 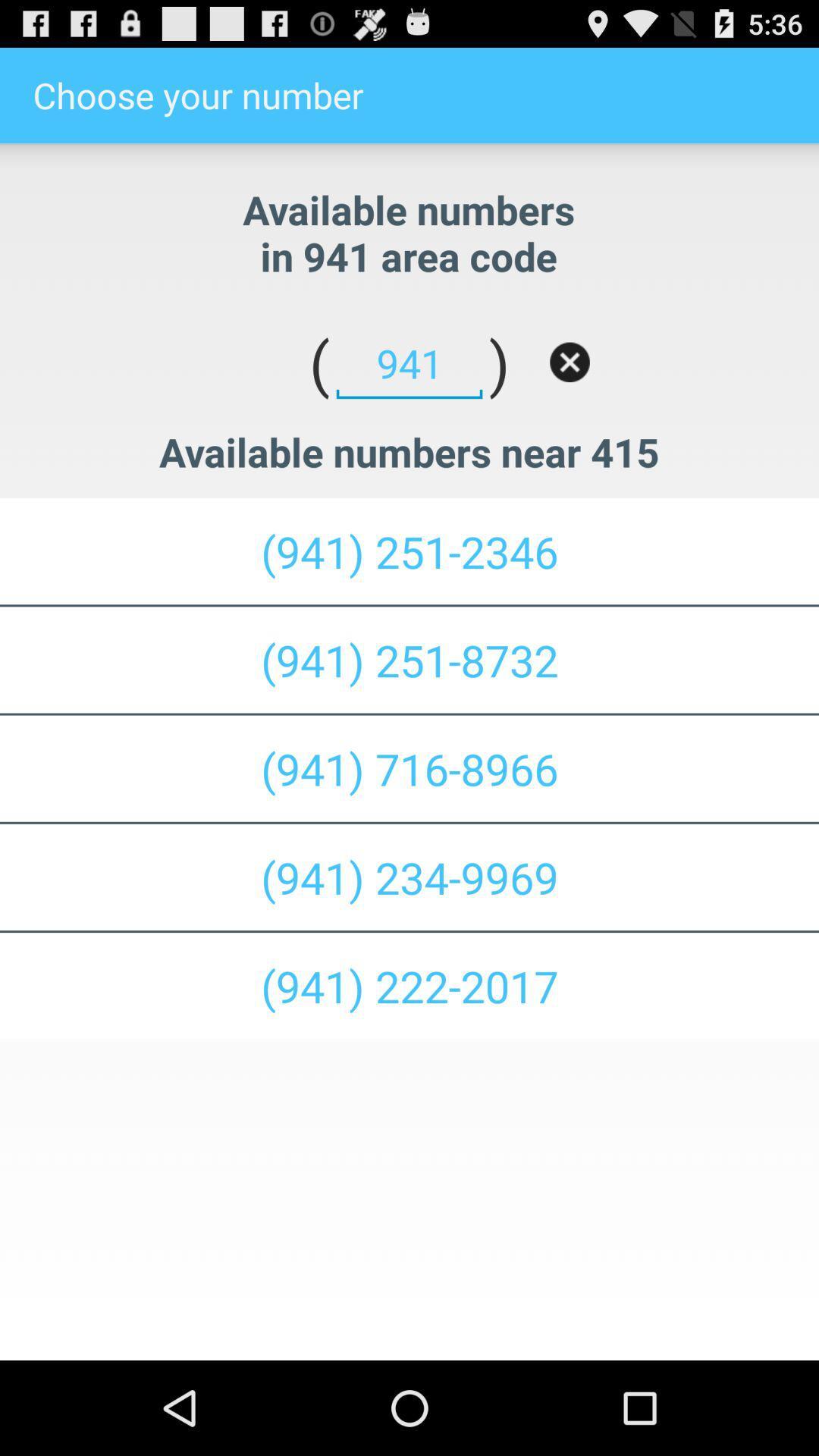 I want to click on clear, so click(x=570, y=361).